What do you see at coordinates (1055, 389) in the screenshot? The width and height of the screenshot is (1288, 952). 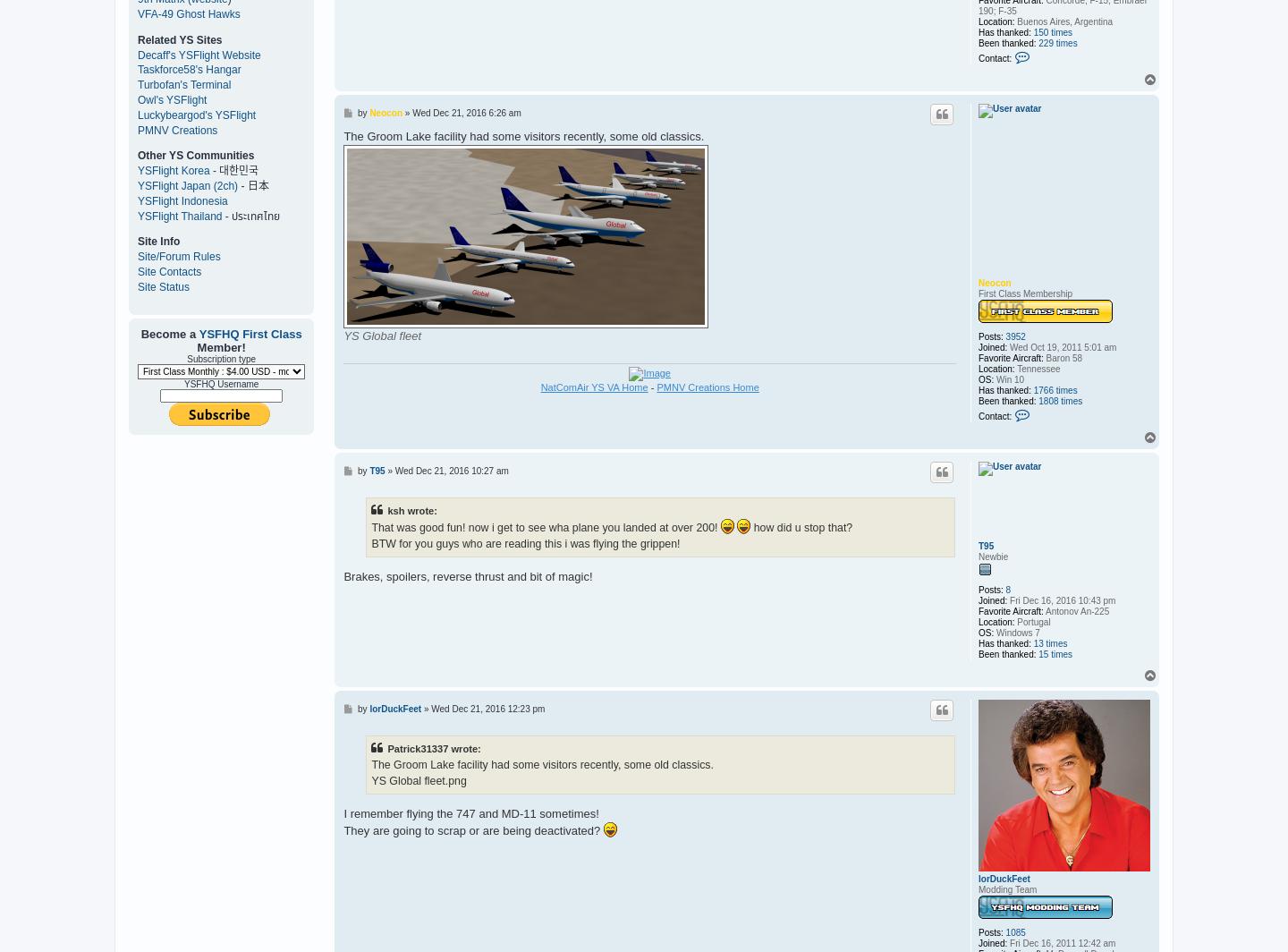 I see `'1766 times'` at bounding box center [1055, 389].